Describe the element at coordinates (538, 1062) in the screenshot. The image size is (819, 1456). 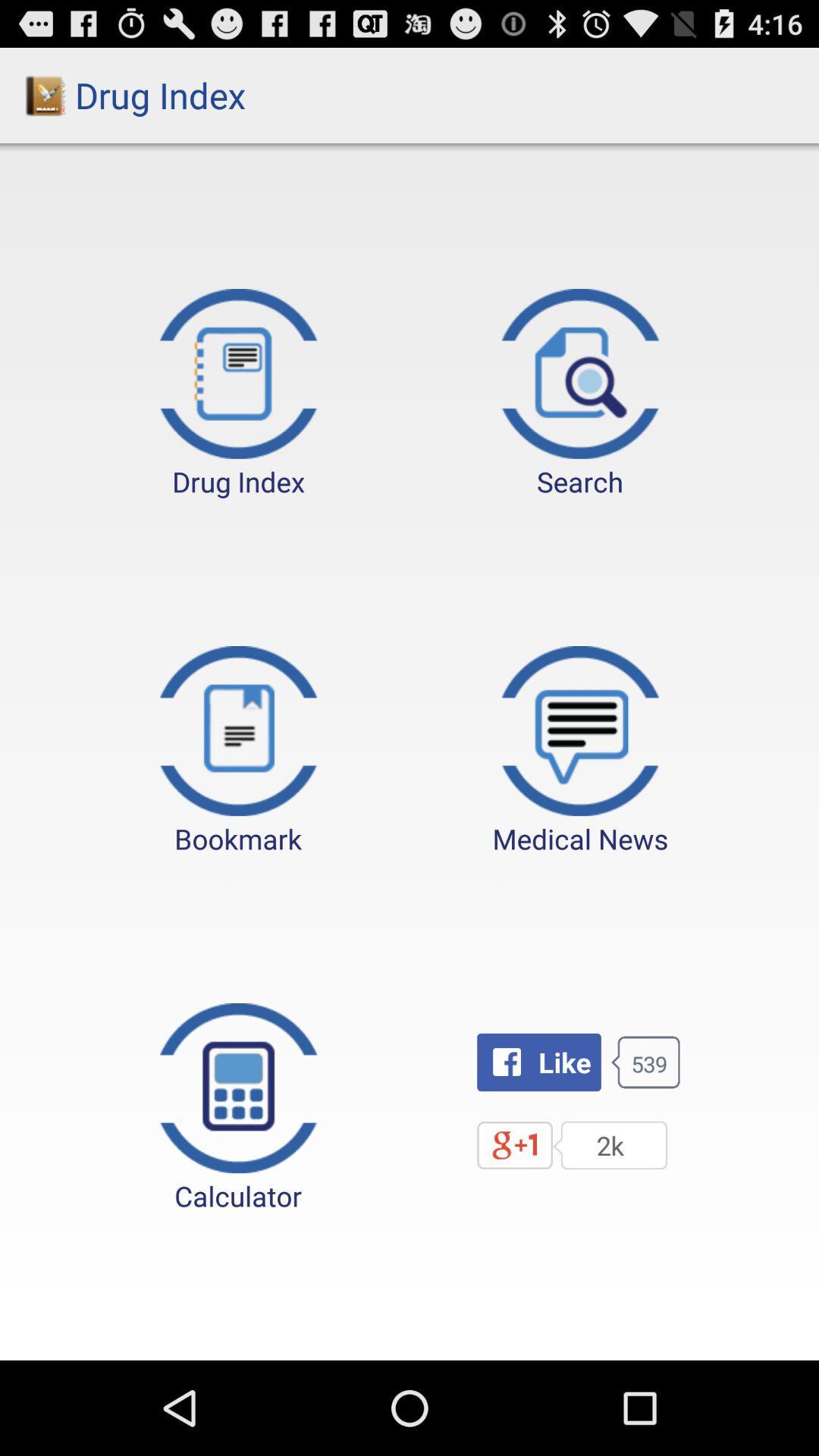
I see `the button next to calculator` at that location.